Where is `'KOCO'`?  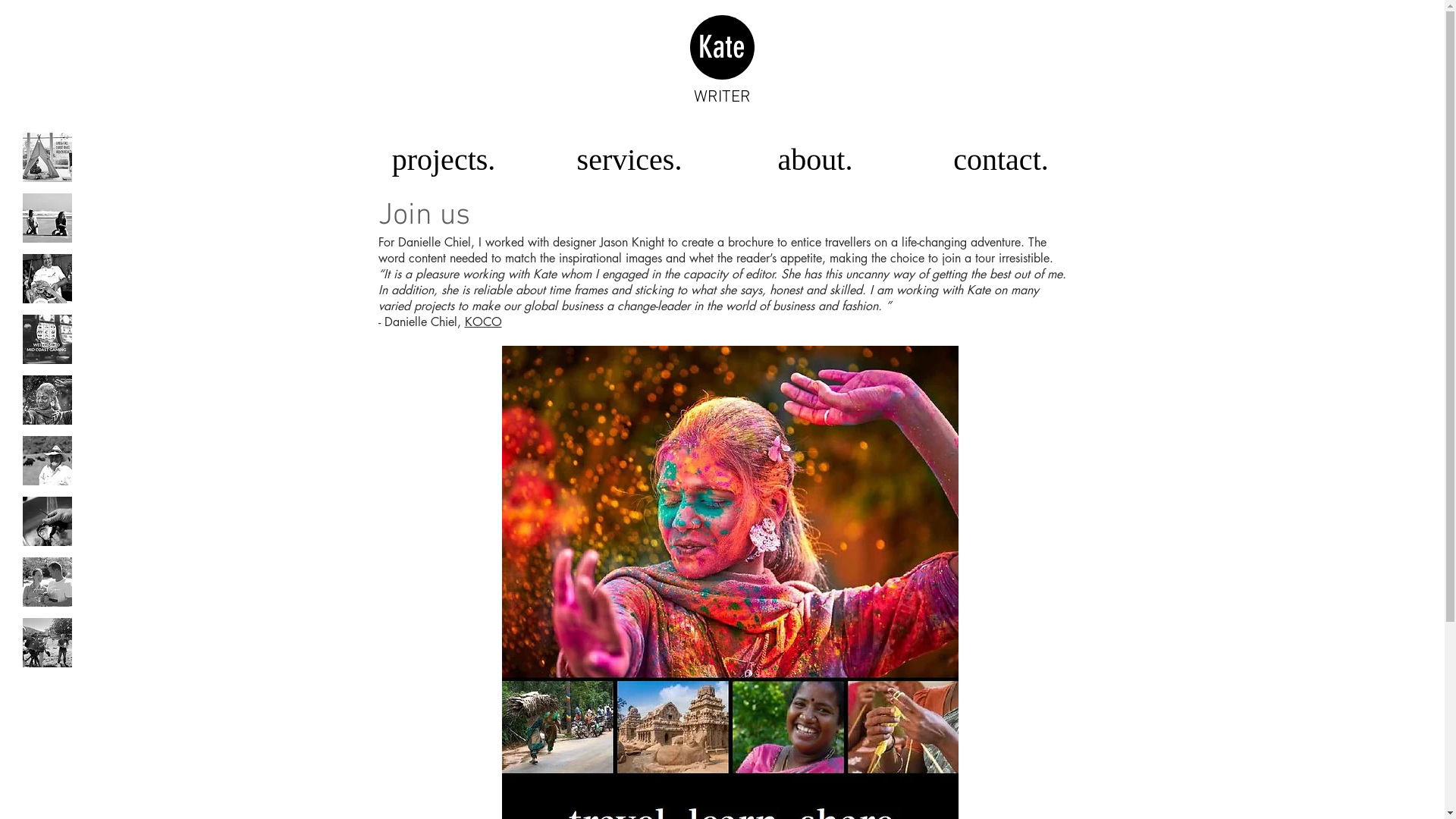
'KOCO' is located at coordinates (482, 321).